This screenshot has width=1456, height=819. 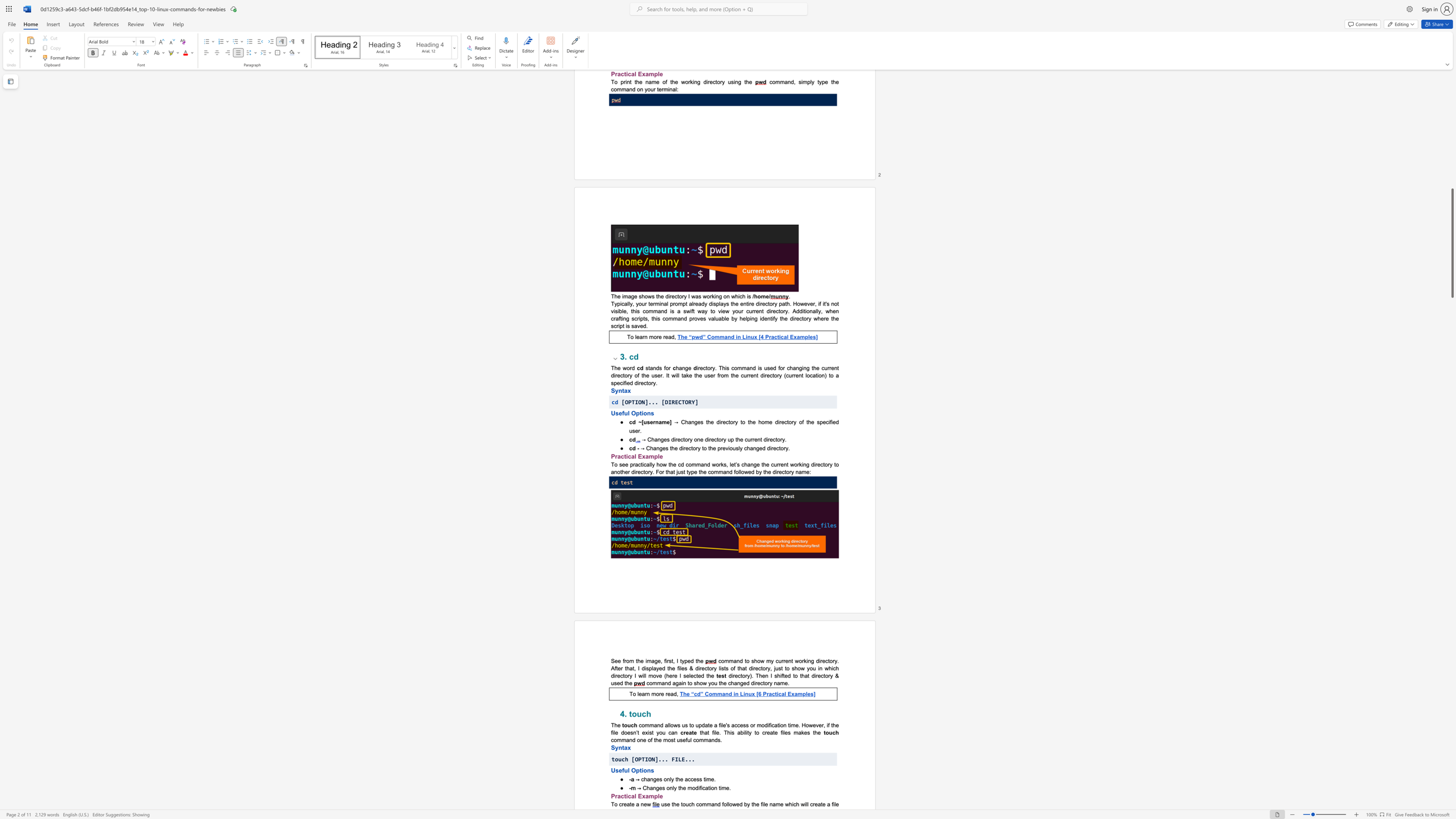 I want to click on the 3th character "n" in the text, so click(x=804, y=464).